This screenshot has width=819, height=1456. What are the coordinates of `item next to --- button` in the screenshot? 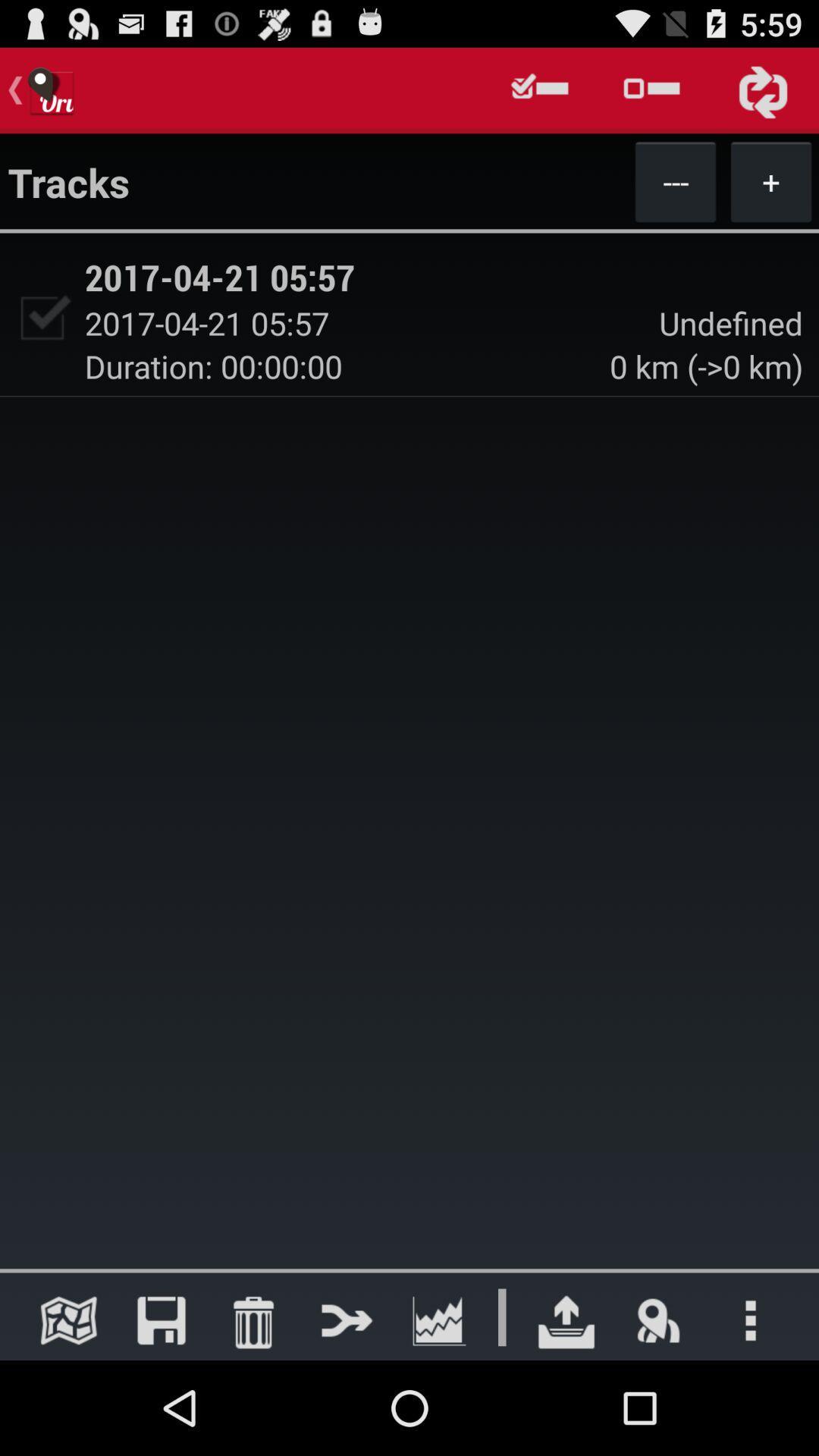 It's located at (771, 181).